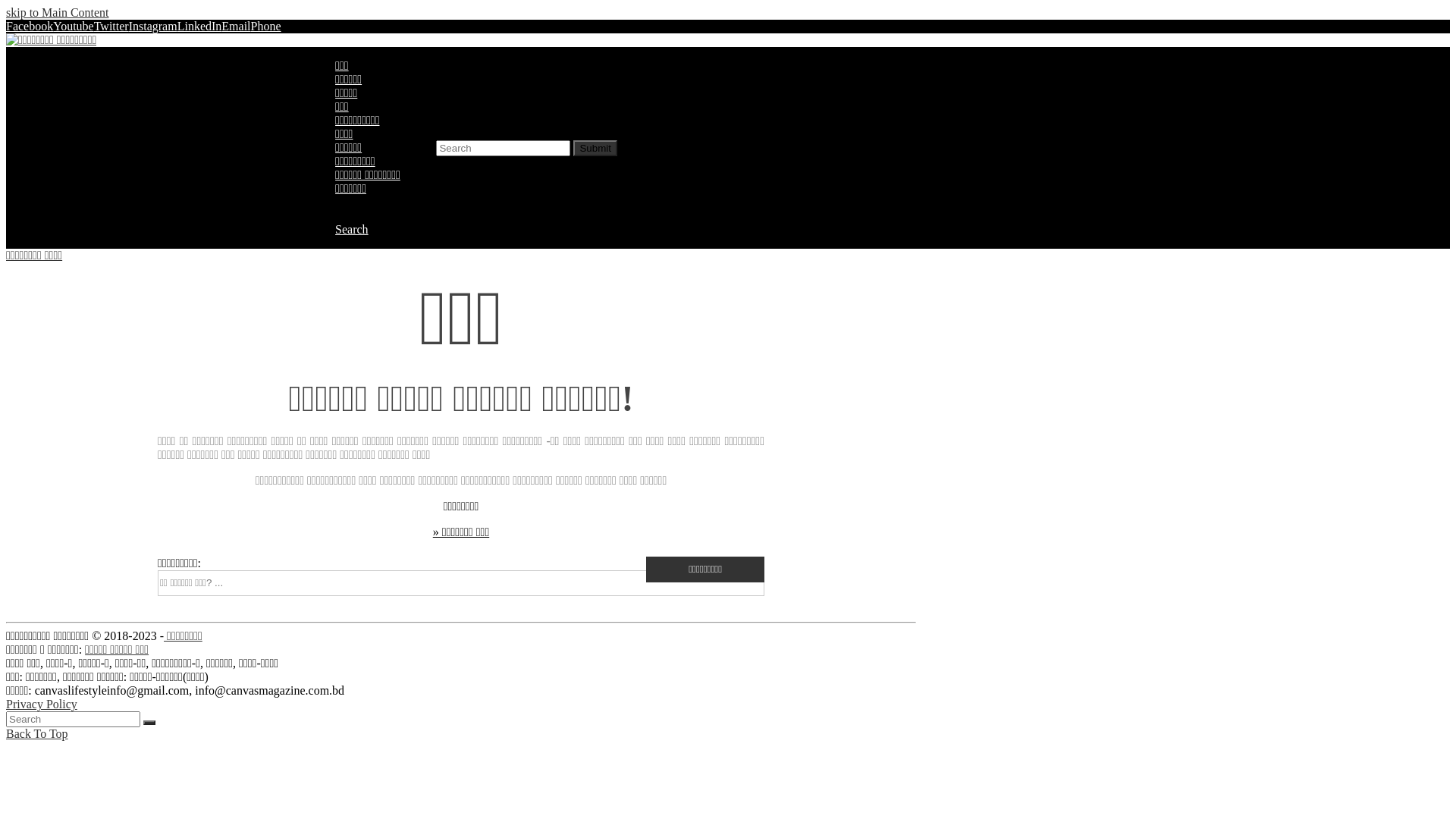 Image resolution: width=1456 pixels, height=819 pixels. What do you see at coordinates (221, 26) in the screenshot?
I see `'Email'` at bounding box center [221, 26].